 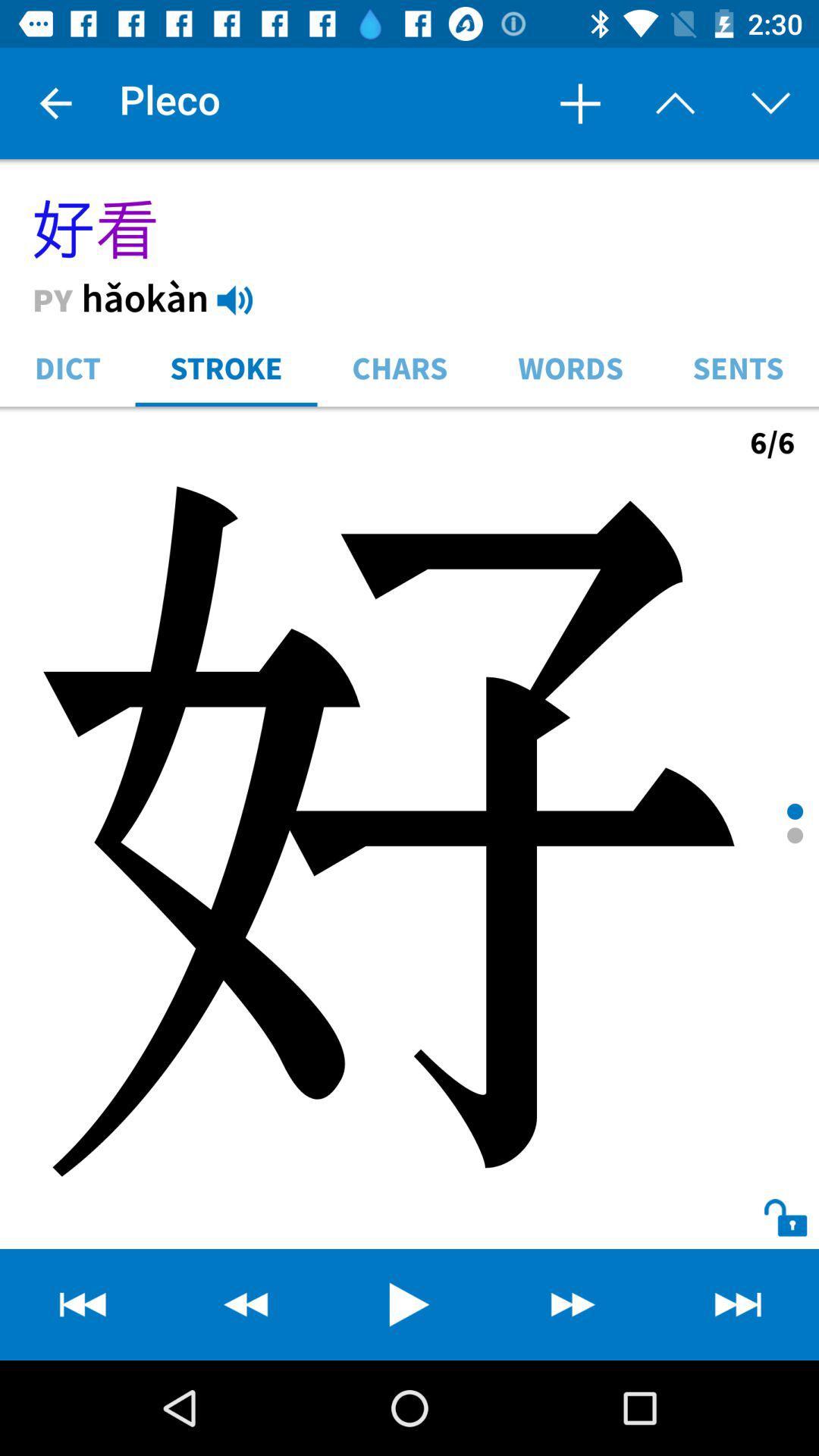 I want to click on the lock icon, so click(x=771, y=1203).